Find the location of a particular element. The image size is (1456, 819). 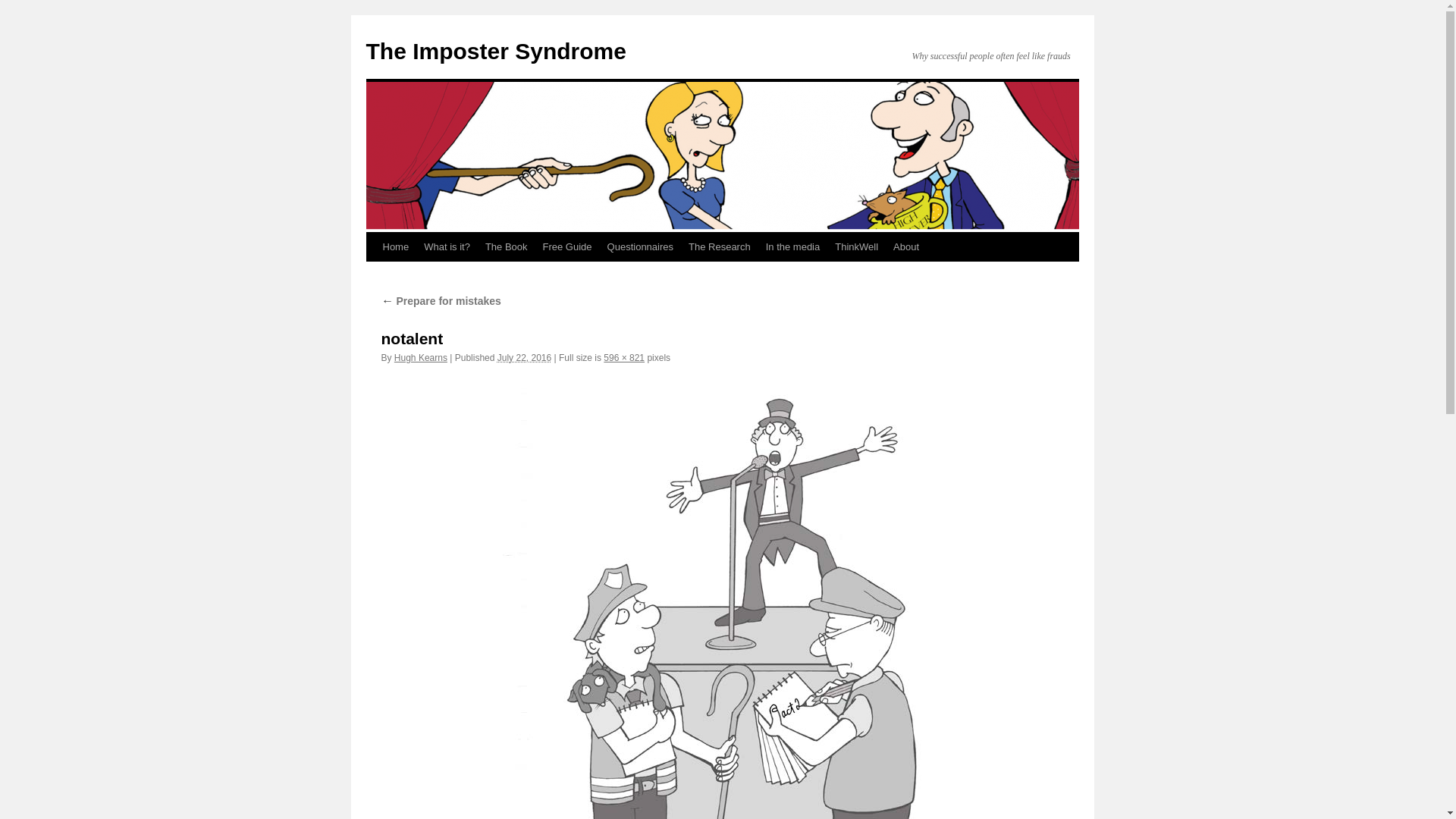

'What is it?' is located at coordinates (446, 246).